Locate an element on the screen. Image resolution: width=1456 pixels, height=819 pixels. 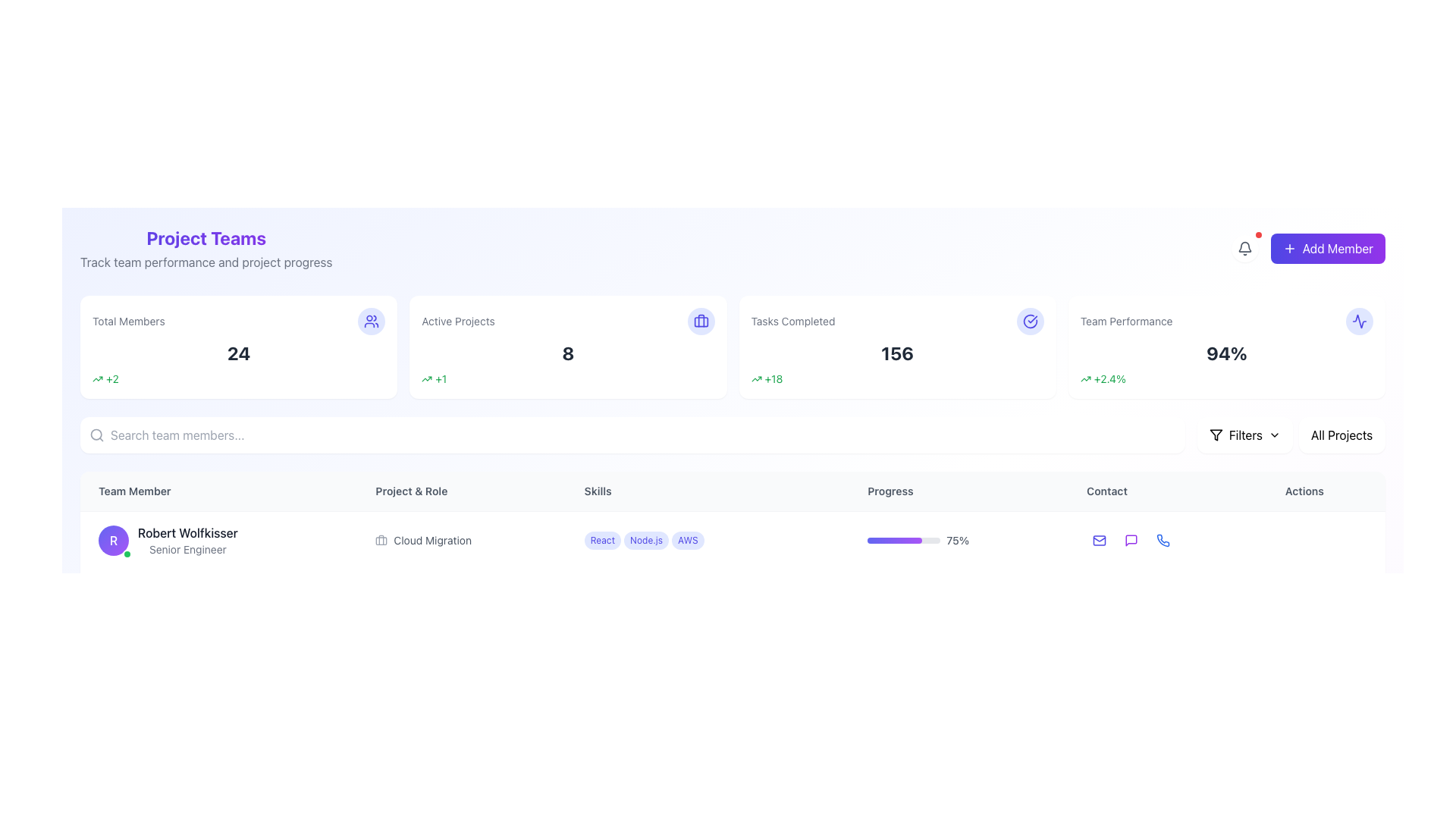
the bell-shaped notification icon located near the top-right corner of the interface is located at coordinates (1244, 247).